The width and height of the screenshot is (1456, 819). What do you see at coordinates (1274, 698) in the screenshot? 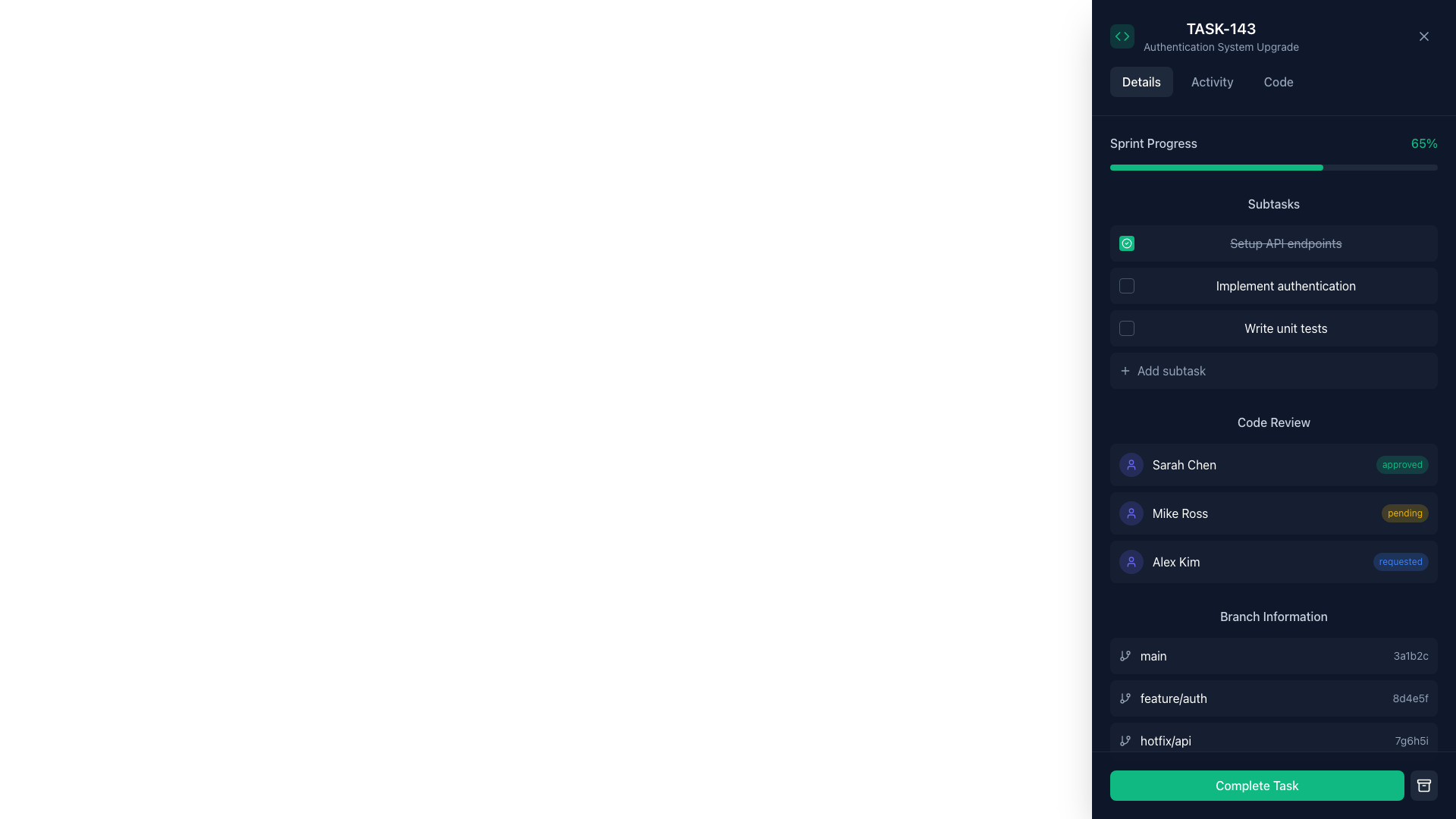
I see `the second row of the 'Branch Information' section, which displays branch information including the branch name and commit hash` at bounding box center [1274, 698].